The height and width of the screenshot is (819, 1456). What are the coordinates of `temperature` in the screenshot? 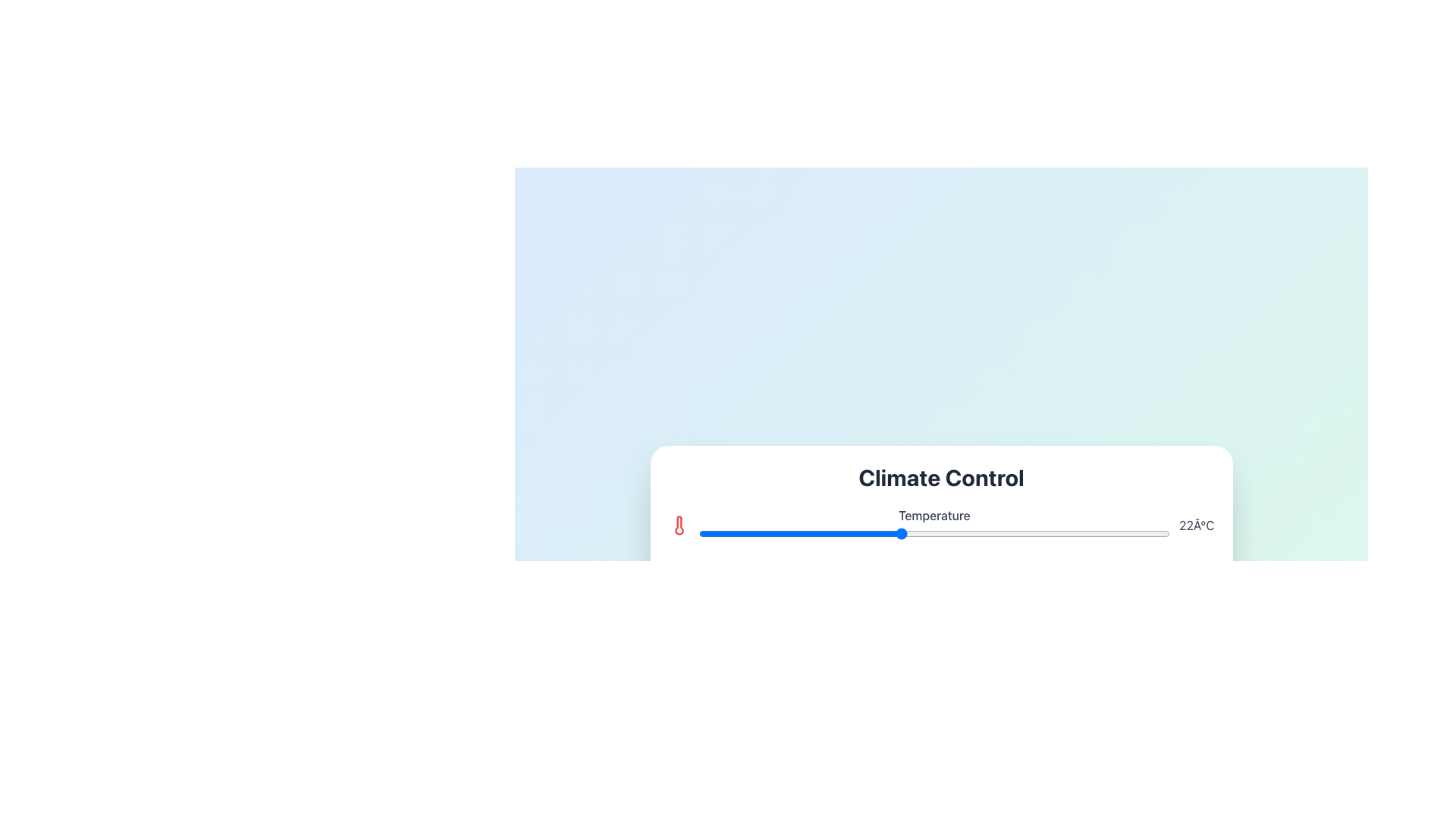 It's located at (1103, 533).